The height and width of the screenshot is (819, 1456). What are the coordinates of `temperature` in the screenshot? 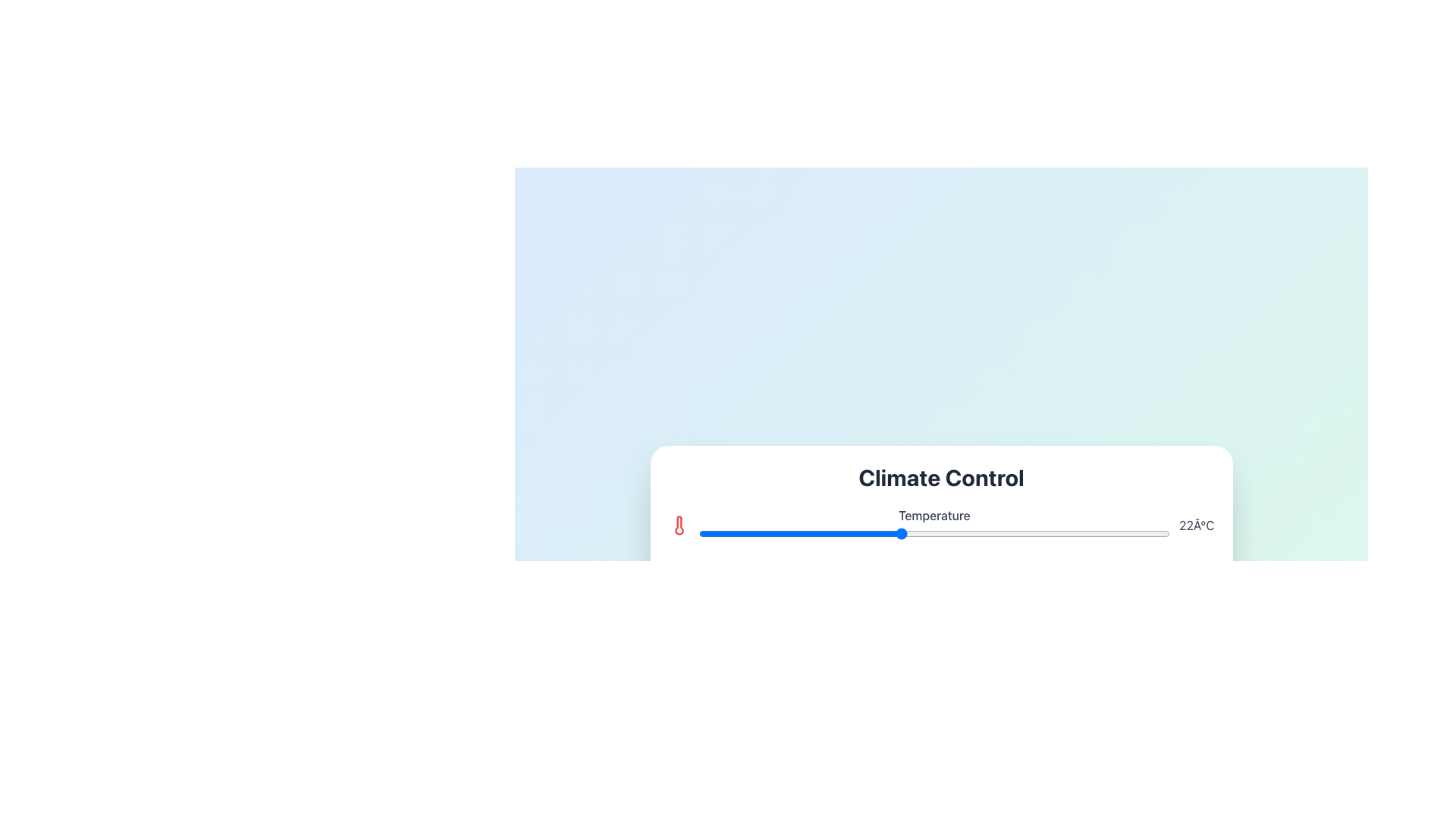 It's located at (1103, 533).